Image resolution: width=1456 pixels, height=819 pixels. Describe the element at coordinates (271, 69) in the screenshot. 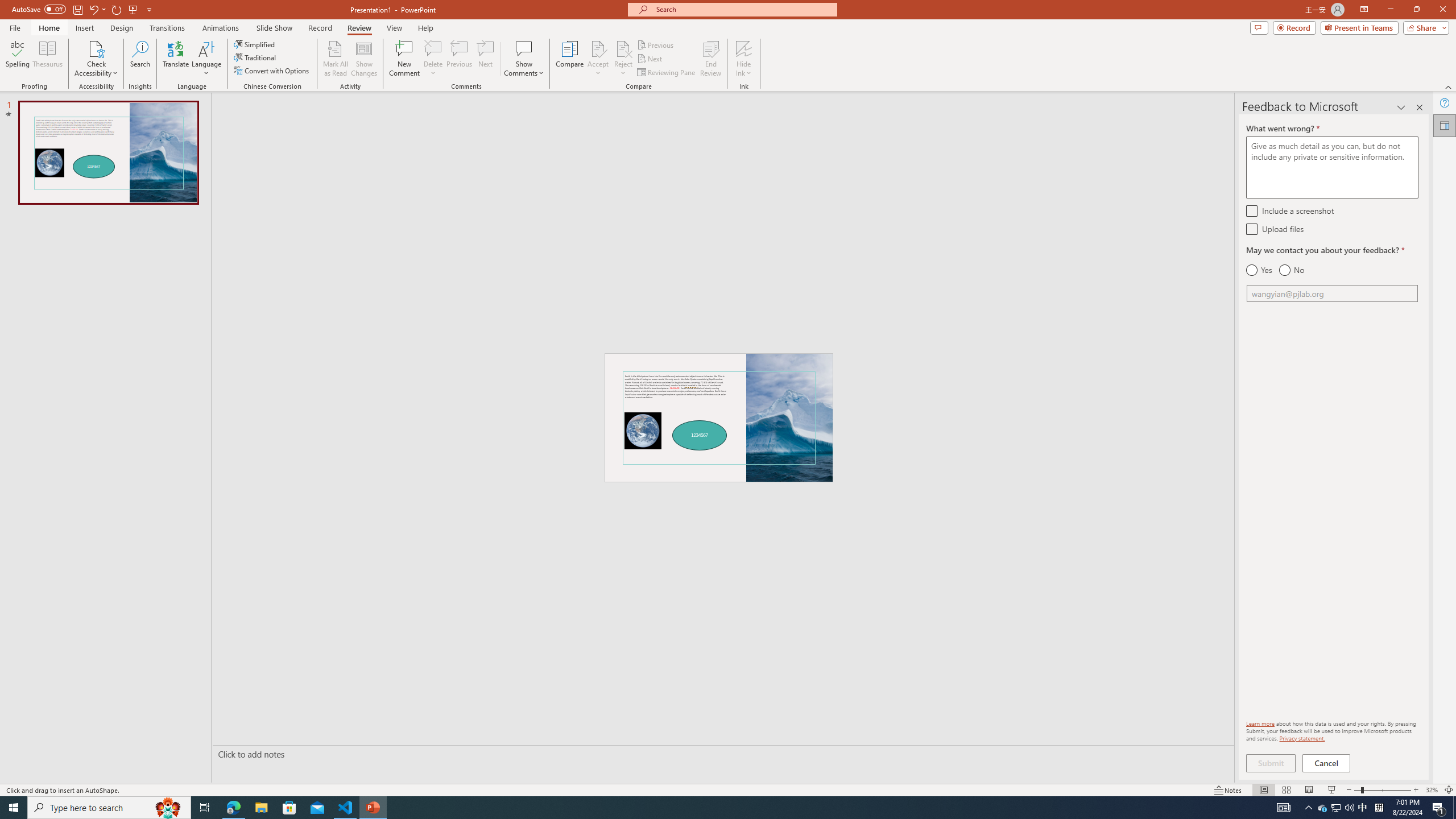

I see `'Convert with Options...'` at that location.